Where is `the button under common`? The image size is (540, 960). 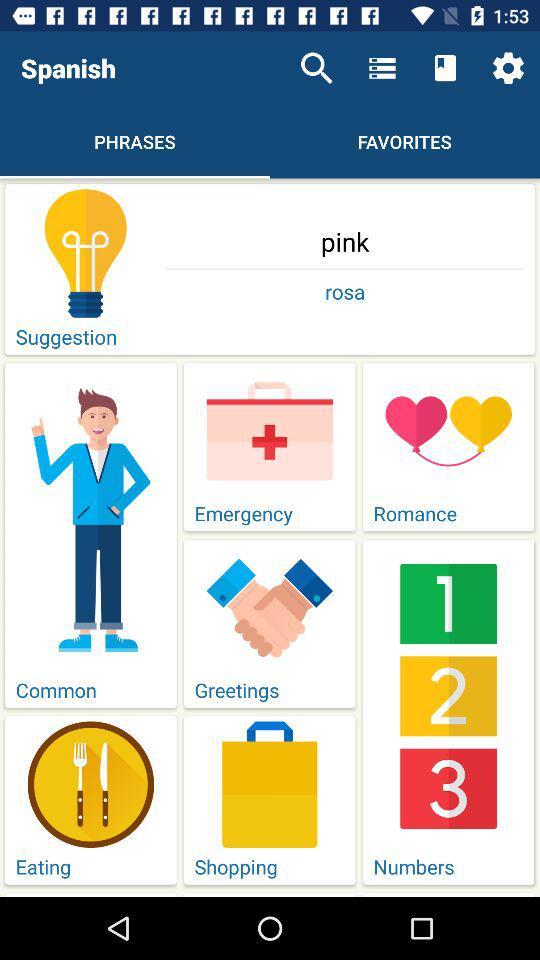
the button under common is located at coordinates (89, 800).